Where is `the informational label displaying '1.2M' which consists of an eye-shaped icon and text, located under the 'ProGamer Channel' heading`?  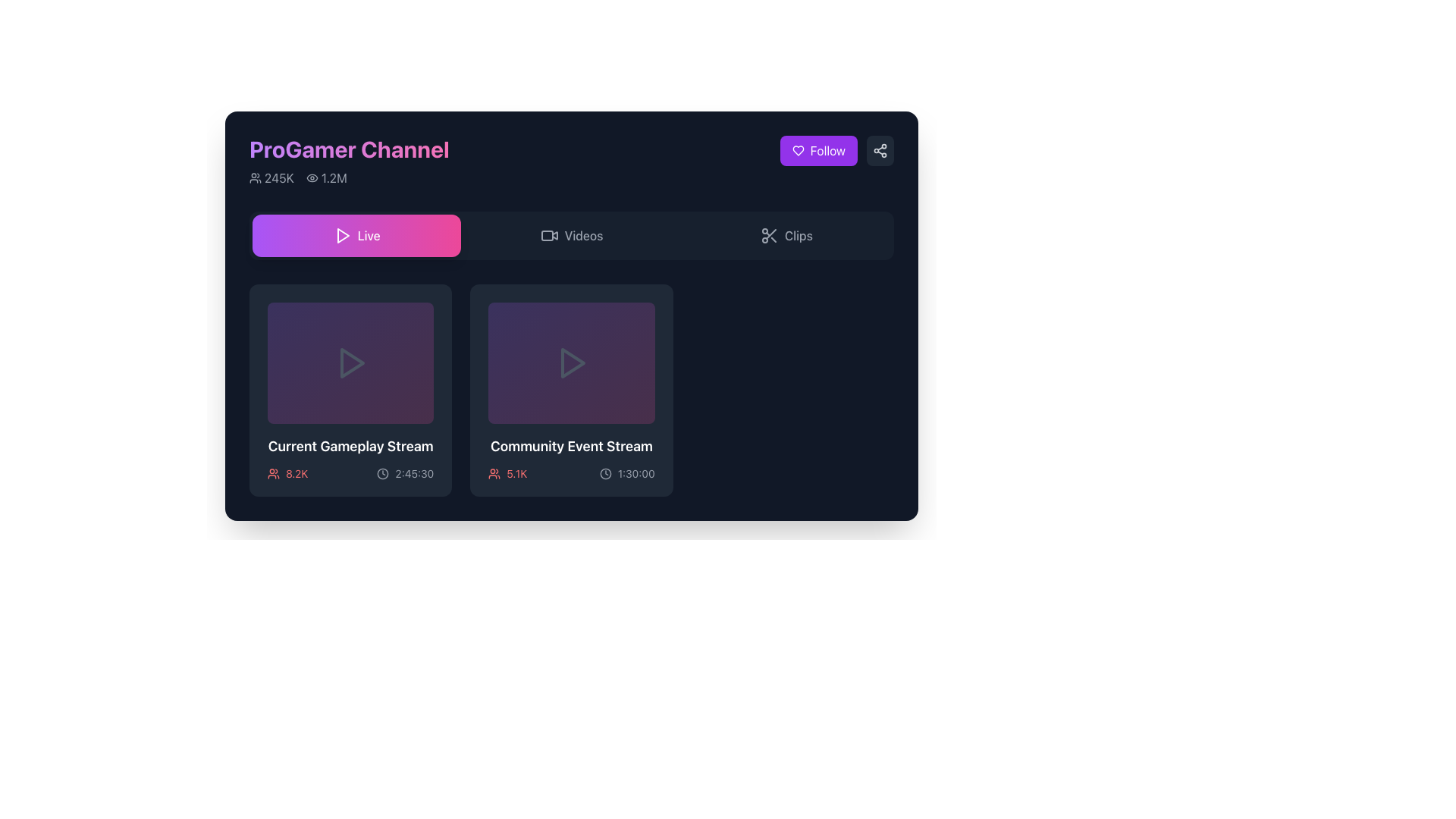
the informational label displaying '1.2M' which consists of an eye-shaped icon and text, located under the 'ProGamer Channel' heading is located at coordinates (325, 177).